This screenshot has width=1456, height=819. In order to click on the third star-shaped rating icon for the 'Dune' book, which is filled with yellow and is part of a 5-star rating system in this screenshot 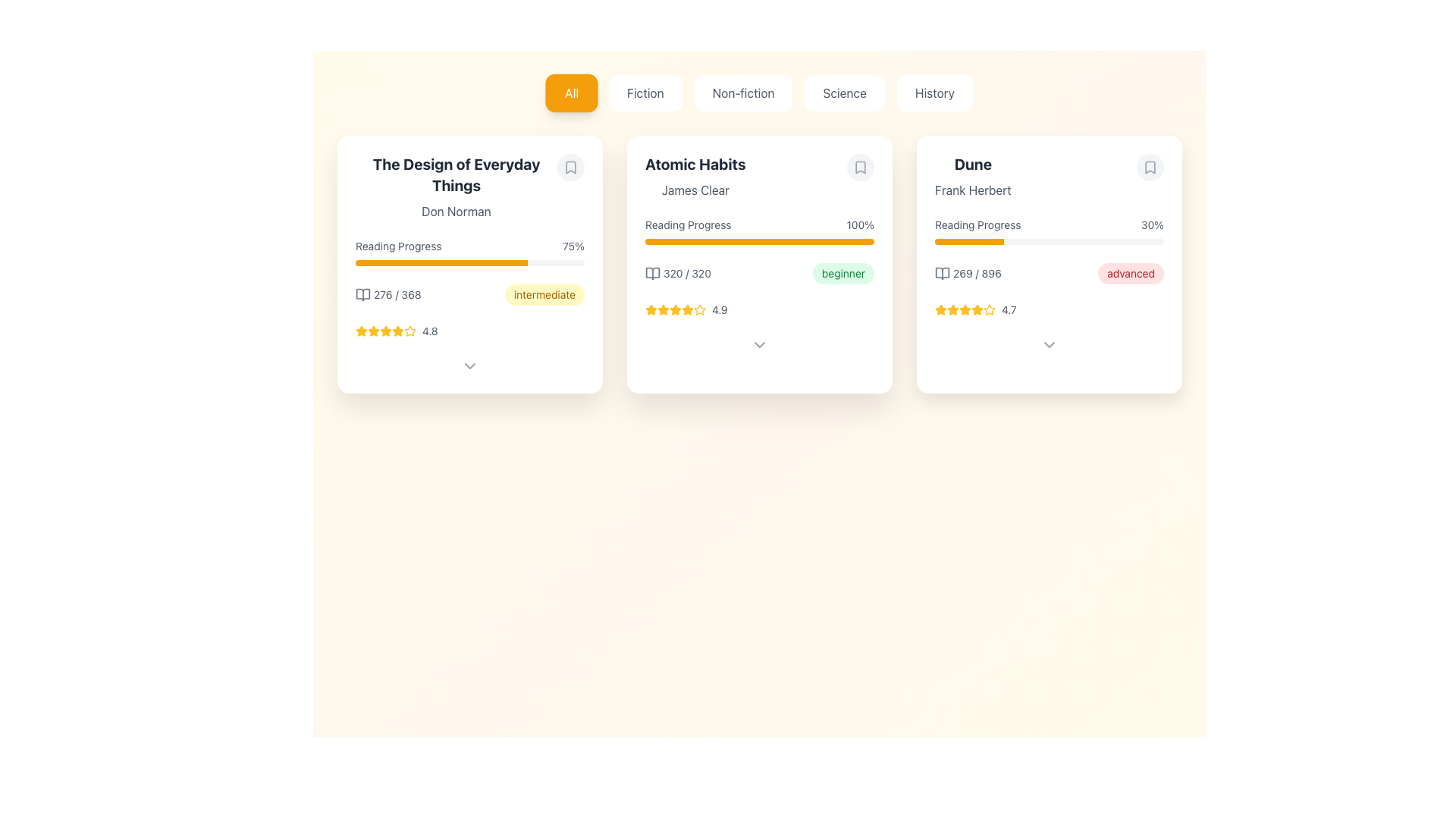, I will do `click(977, 309)`.